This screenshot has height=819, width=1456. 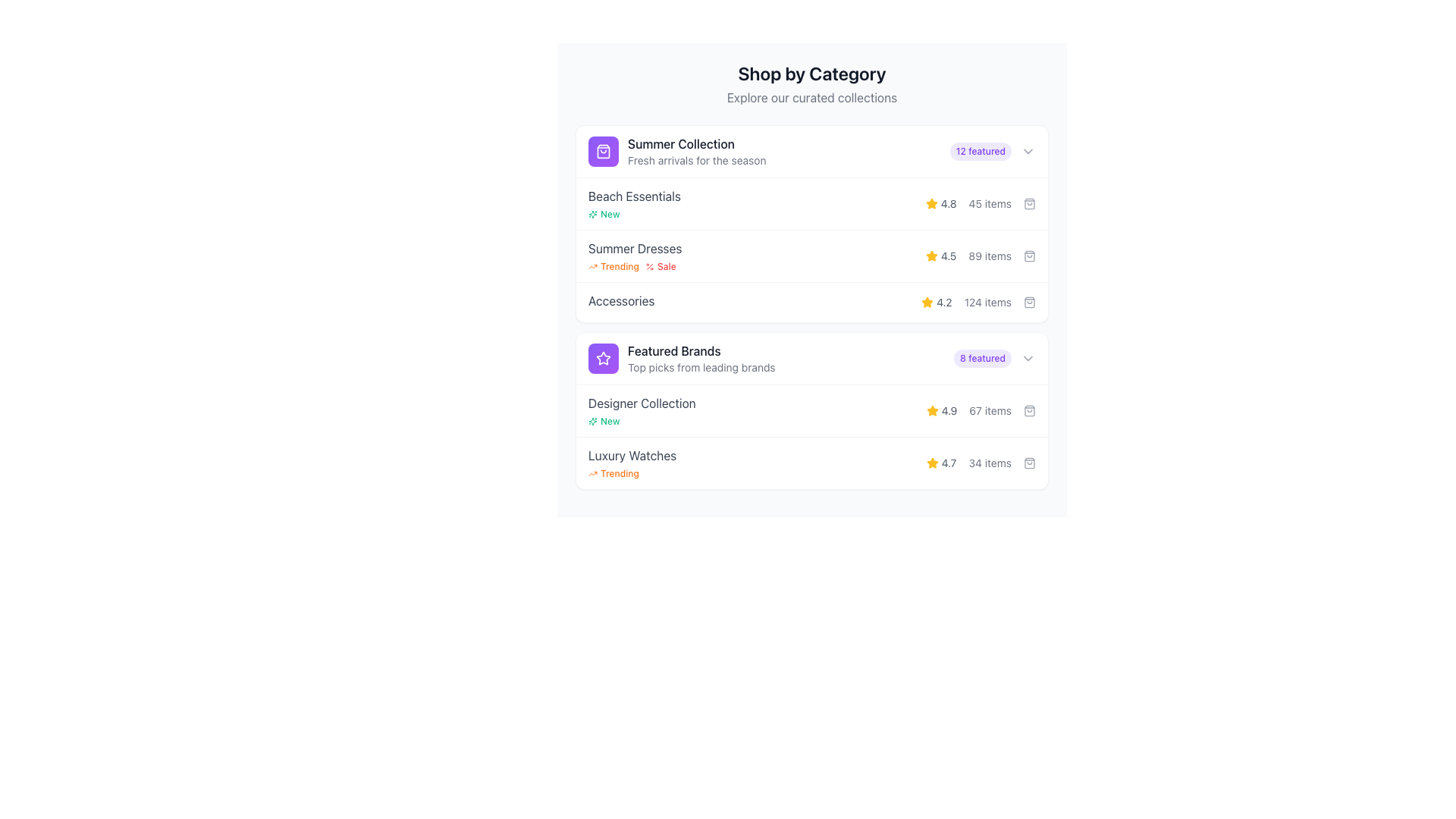 I want to click on the second clickable item in the 'Summer Collection' category list, so click(x=811, y=249).